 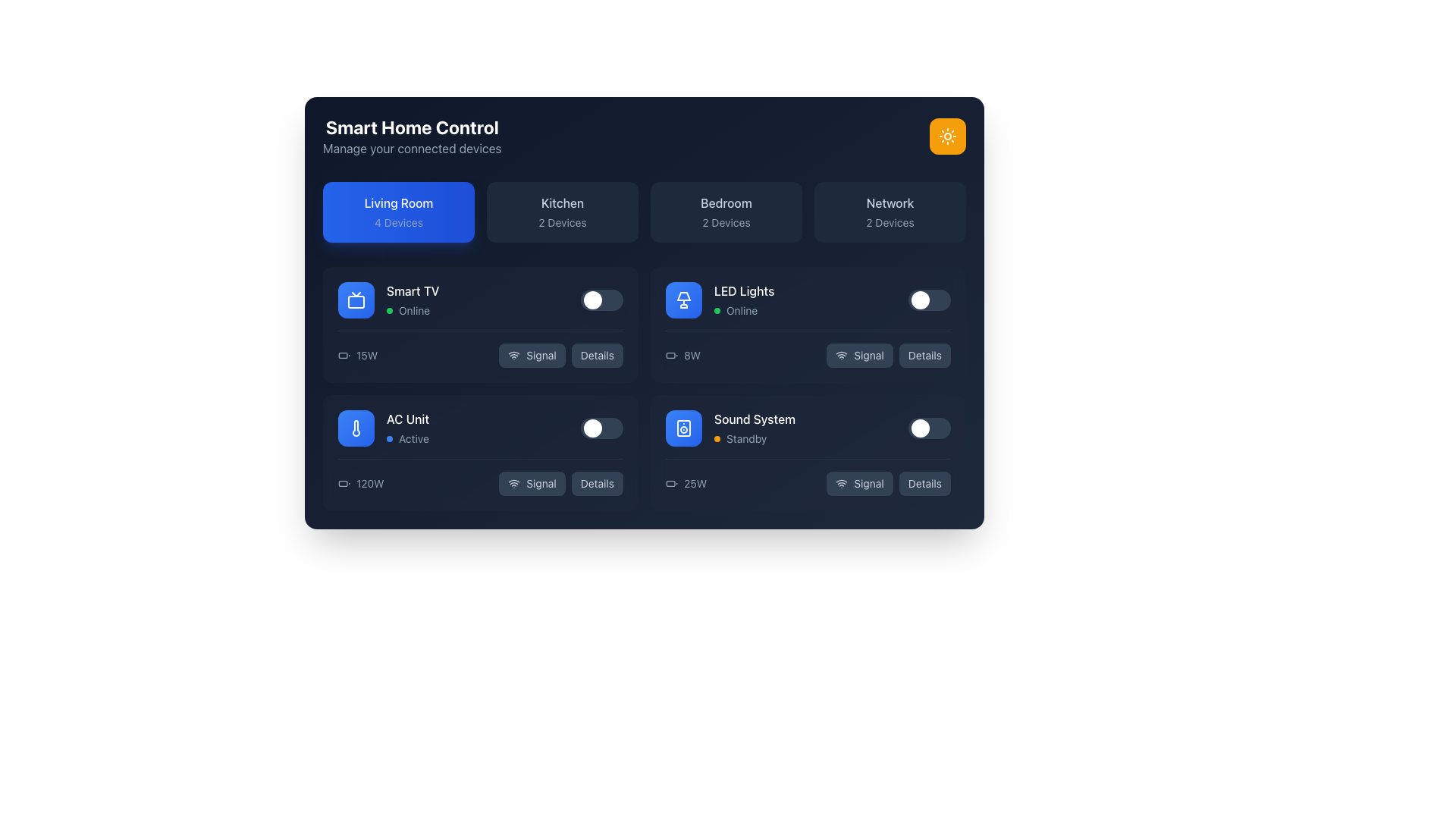 I want to click on the small Wi-Fi signal icon located within the 'Signal' button in the second row, second column of the grid of controls, so click(x=841, y=356).